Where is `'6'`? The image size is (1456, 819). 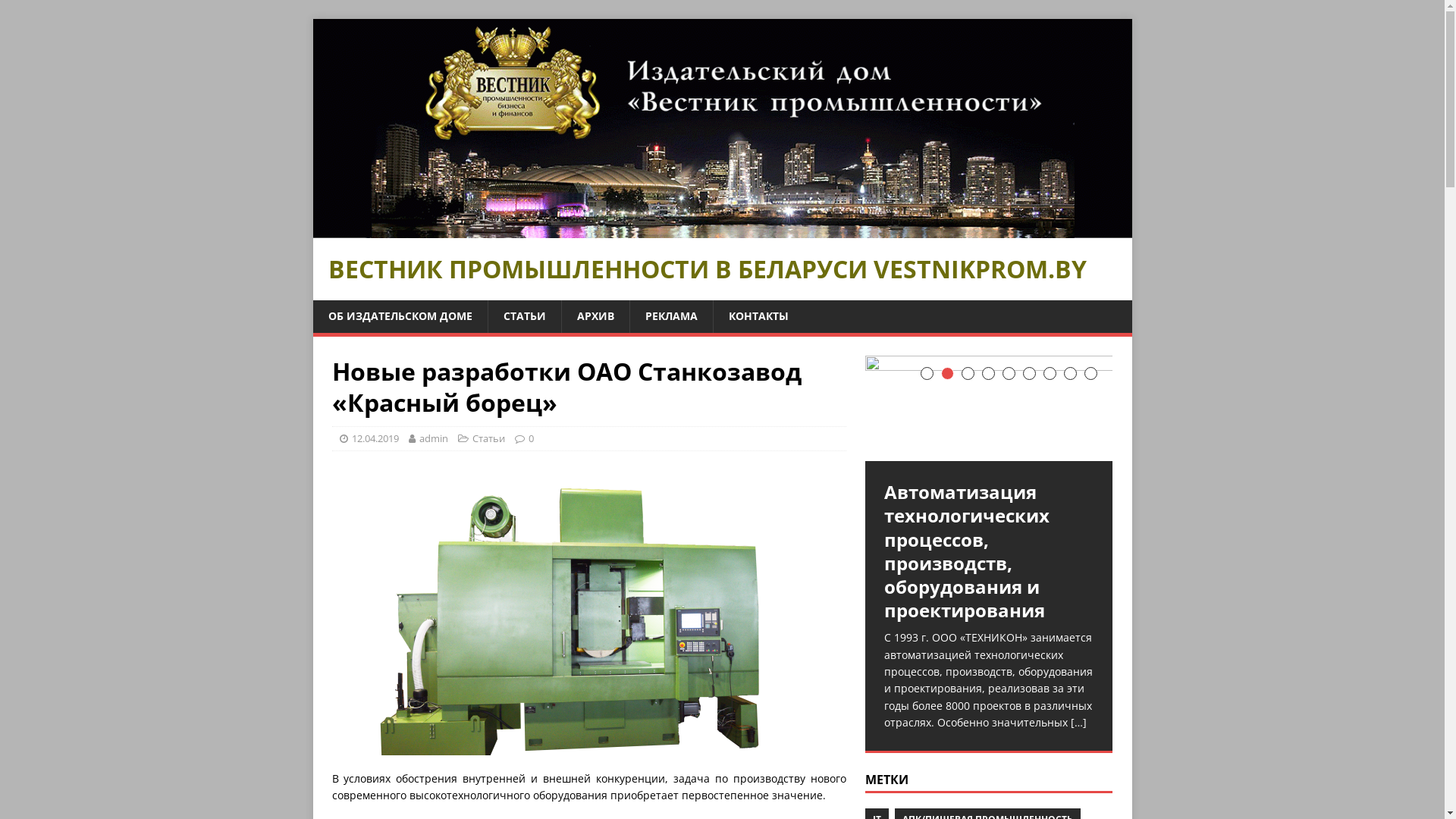
'6' is located at coordinates (1022, 373).